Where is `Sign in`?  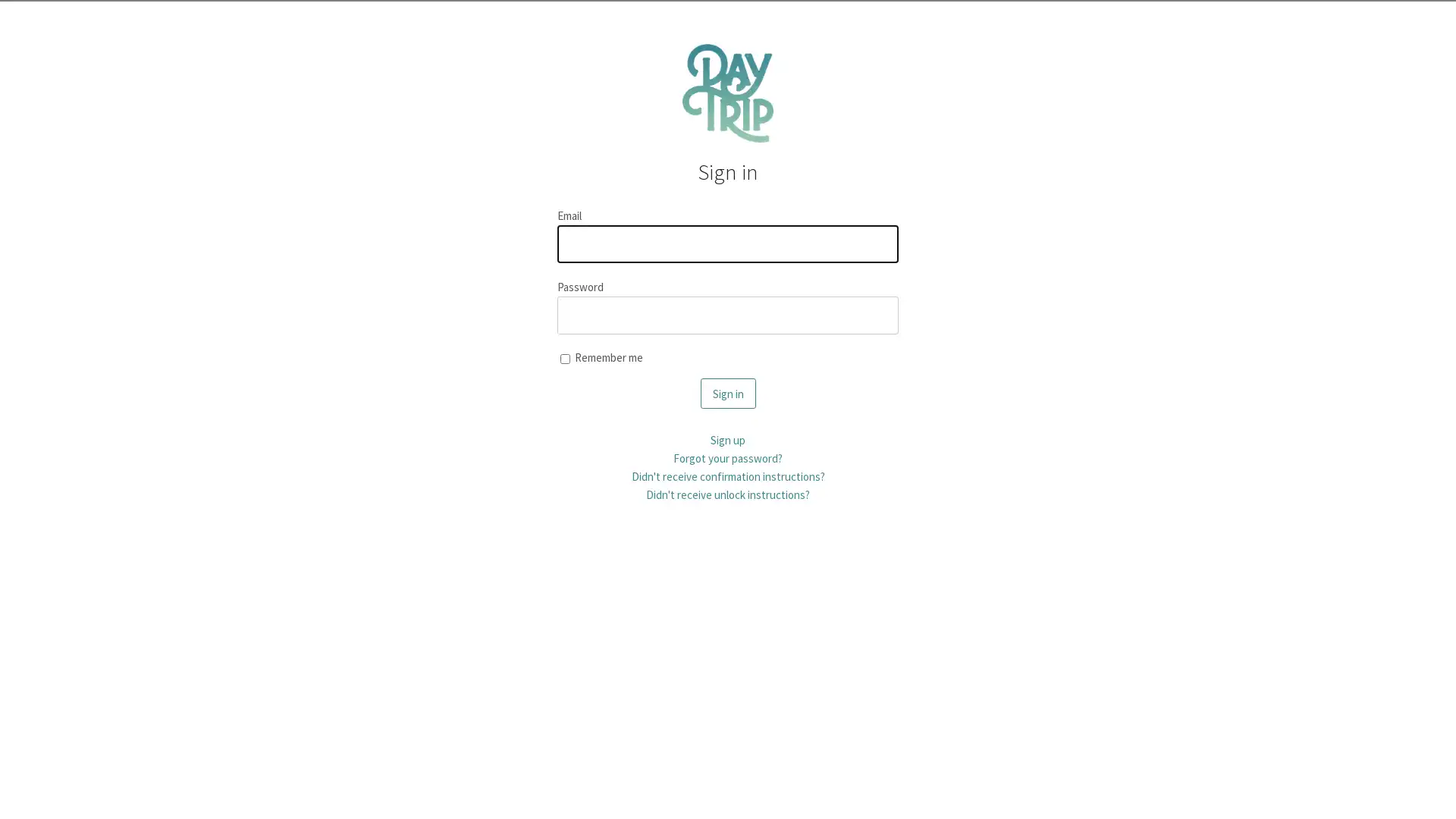
Sign in is located at coordinates (726, 392).